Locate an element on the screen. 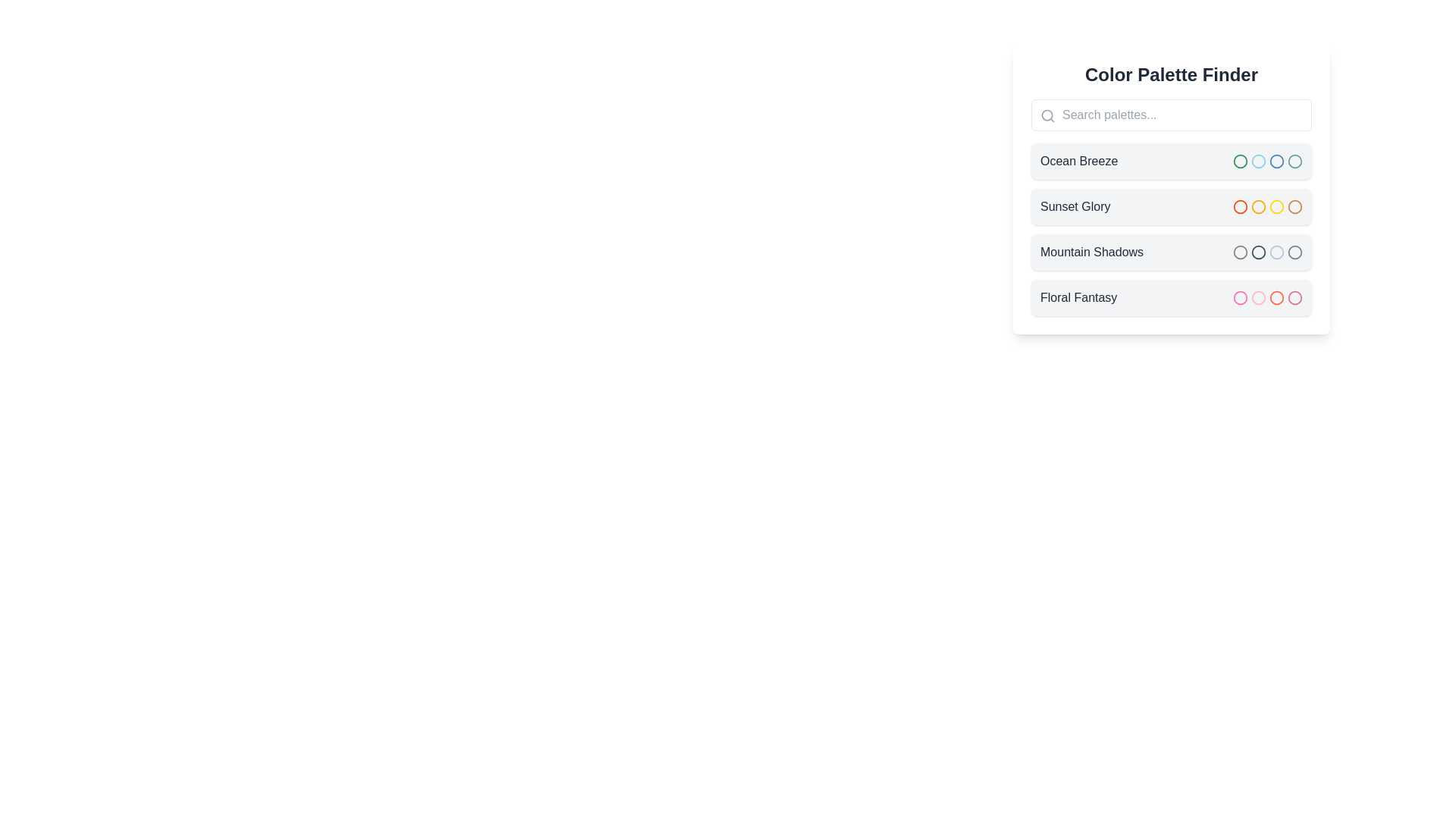 The image size is (1456, 819). the fourth circle icon is located at coordinates (1276, 298).